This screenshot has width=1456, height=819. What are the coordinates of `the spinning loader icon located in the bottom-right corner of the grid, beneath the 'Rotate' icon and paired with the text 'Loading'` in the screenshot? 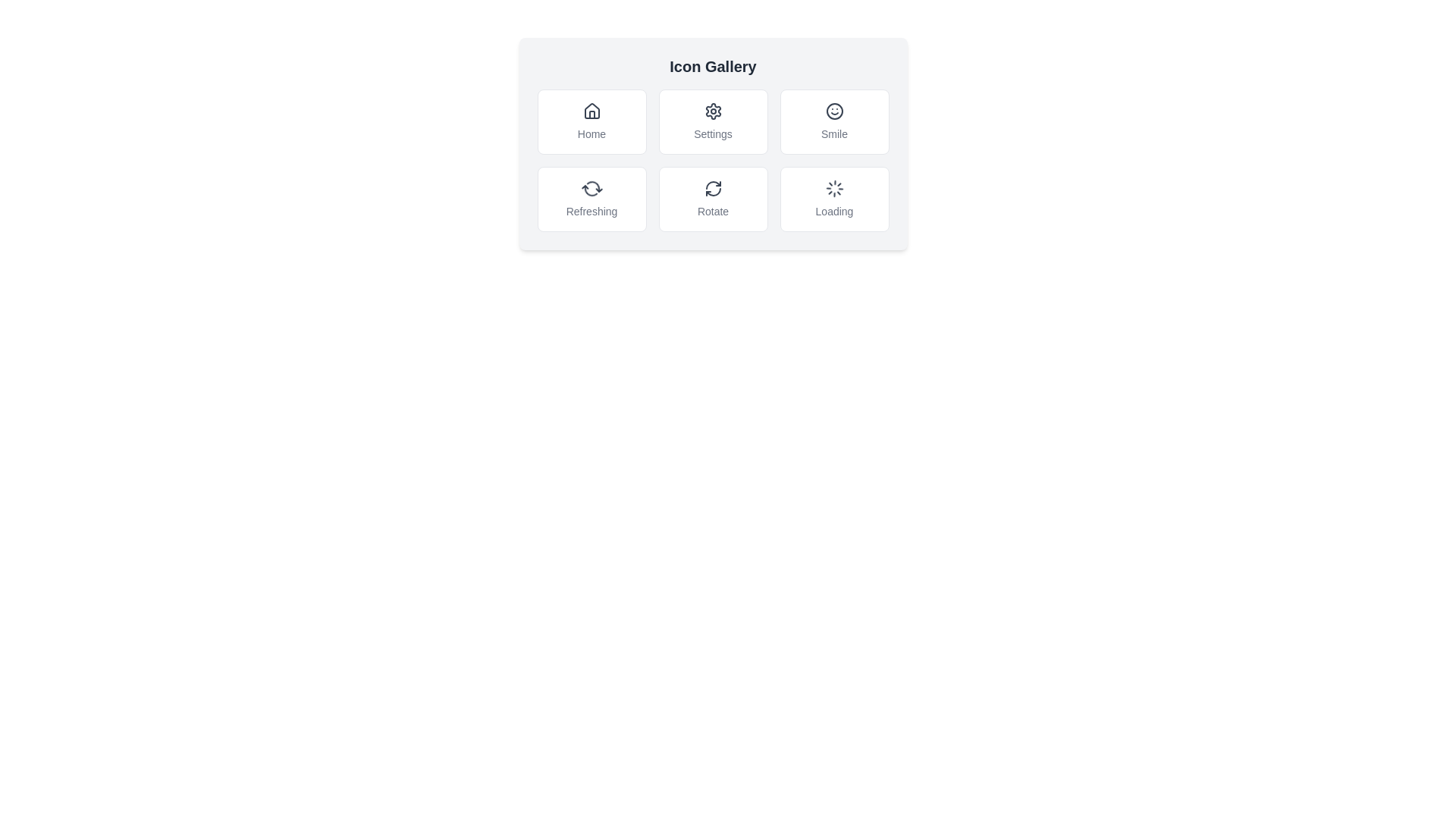 It's located at (833, 188).